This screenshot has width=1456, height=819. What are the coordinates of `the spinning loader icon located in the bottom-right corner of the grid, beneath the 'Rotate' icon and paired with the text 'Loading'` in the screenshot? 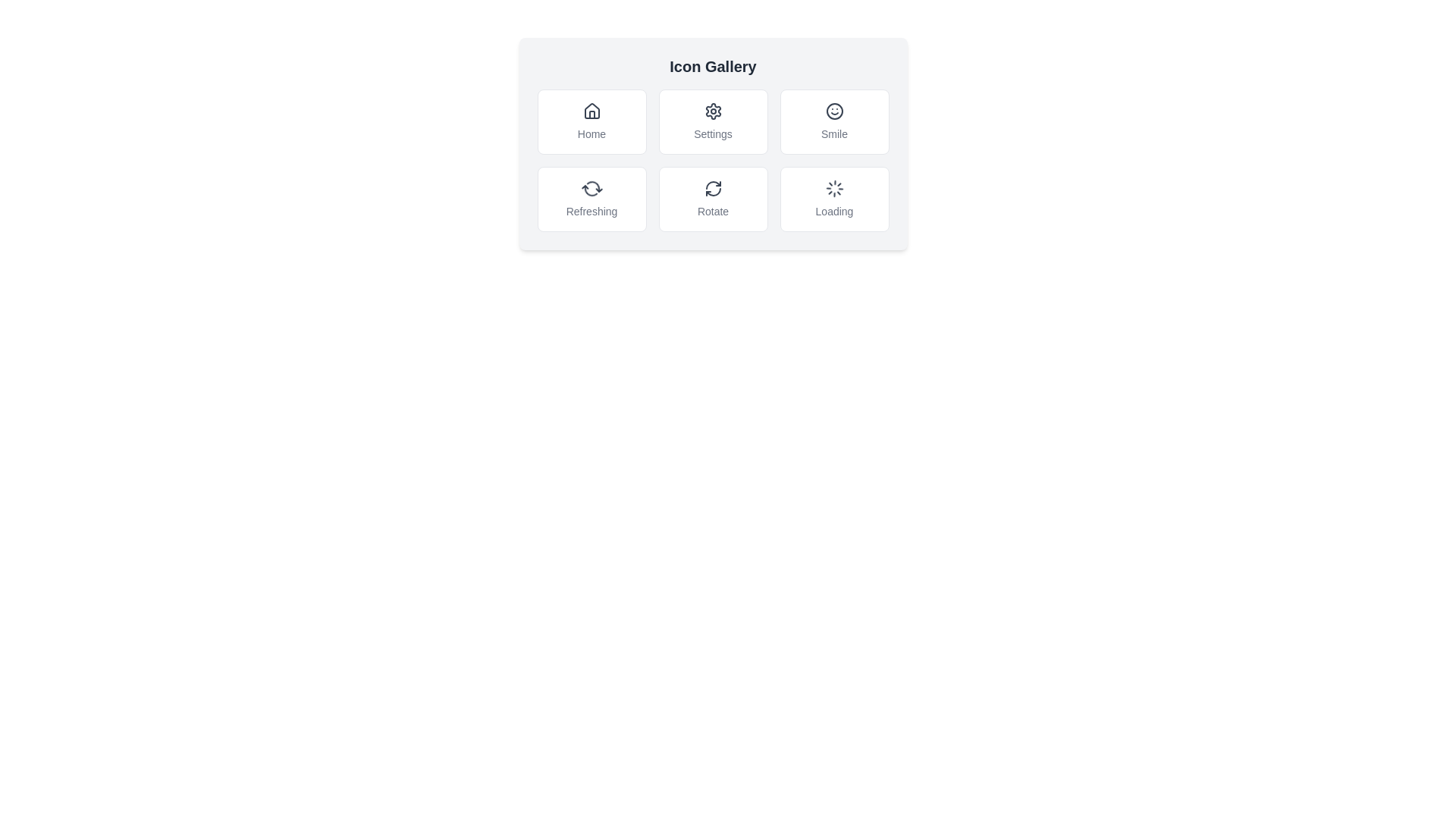 It's located at (833, 188).